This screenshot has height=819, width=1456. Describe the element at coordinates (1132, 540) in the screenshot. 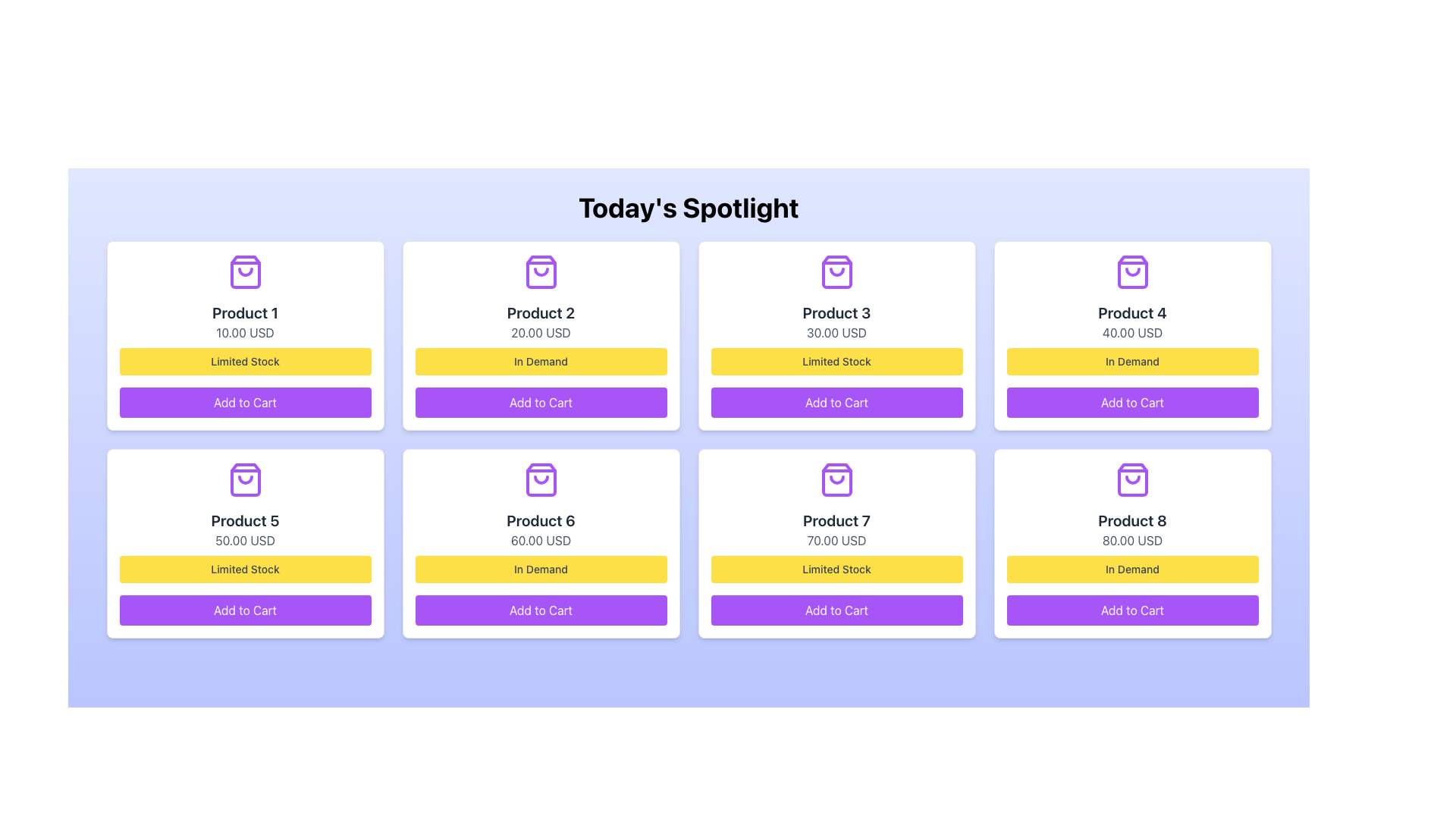

I see `displayed price information of 'Product 8' located in the bottom row, last column of the grid layout, directly below the title and above the 'In Demand' button` at that location.